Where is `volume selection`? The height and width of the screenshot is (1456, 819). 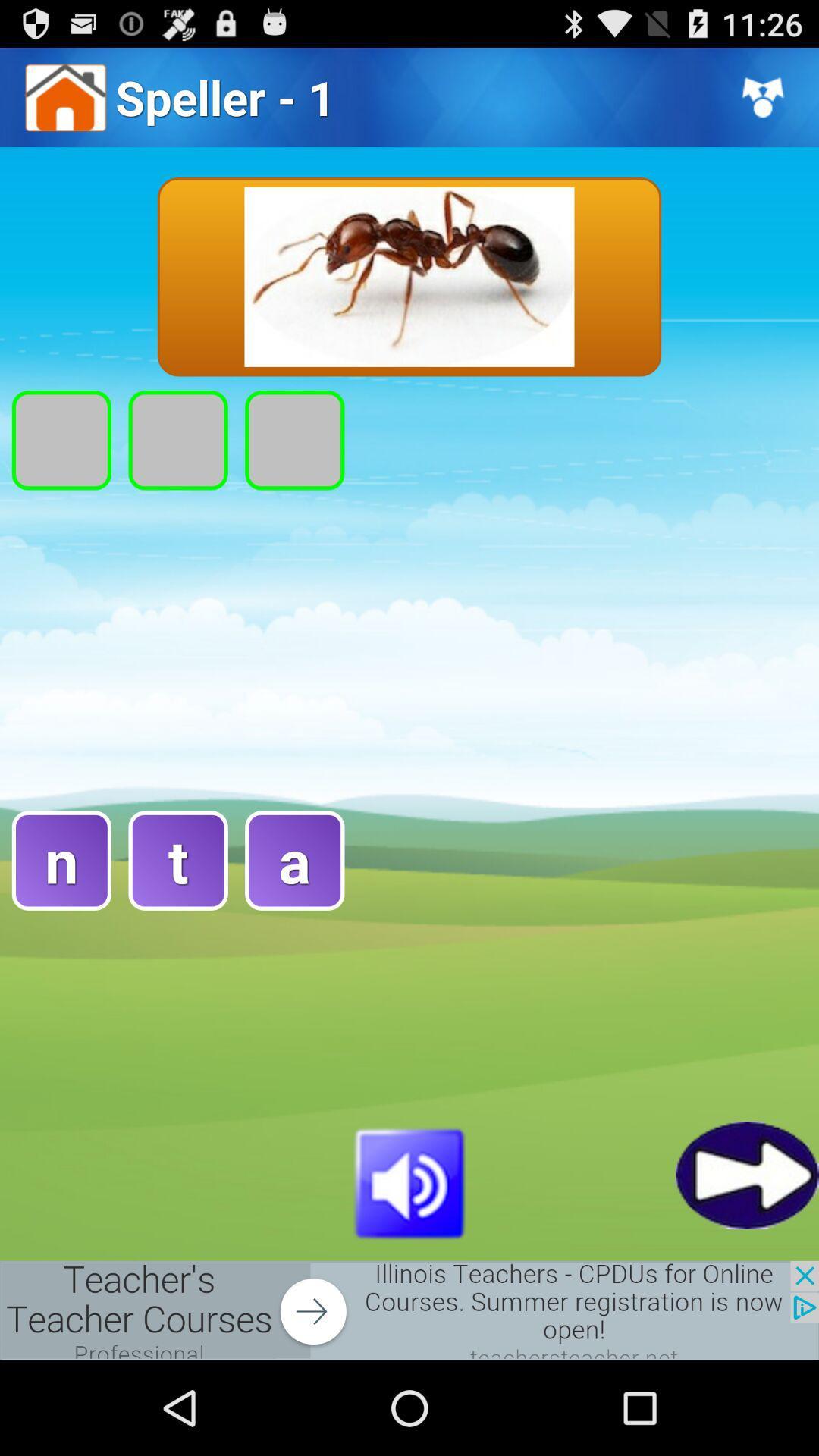 volume selection is located at coordinates (409, 1180).